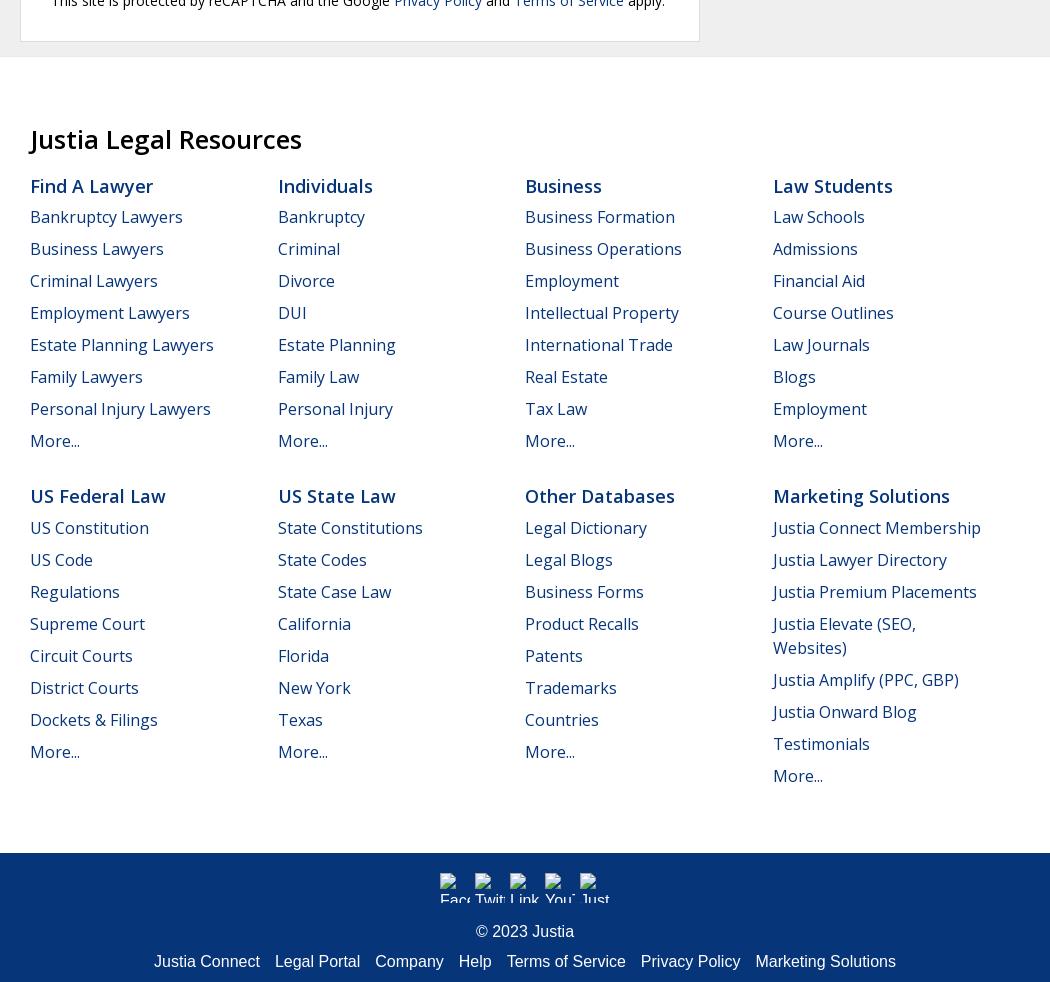 This screenshot has width=1050, height=982. What do you see at coordinates (84, 686) in the screenshot?
I see `'District Courts'` at bounding box center [84, 686].